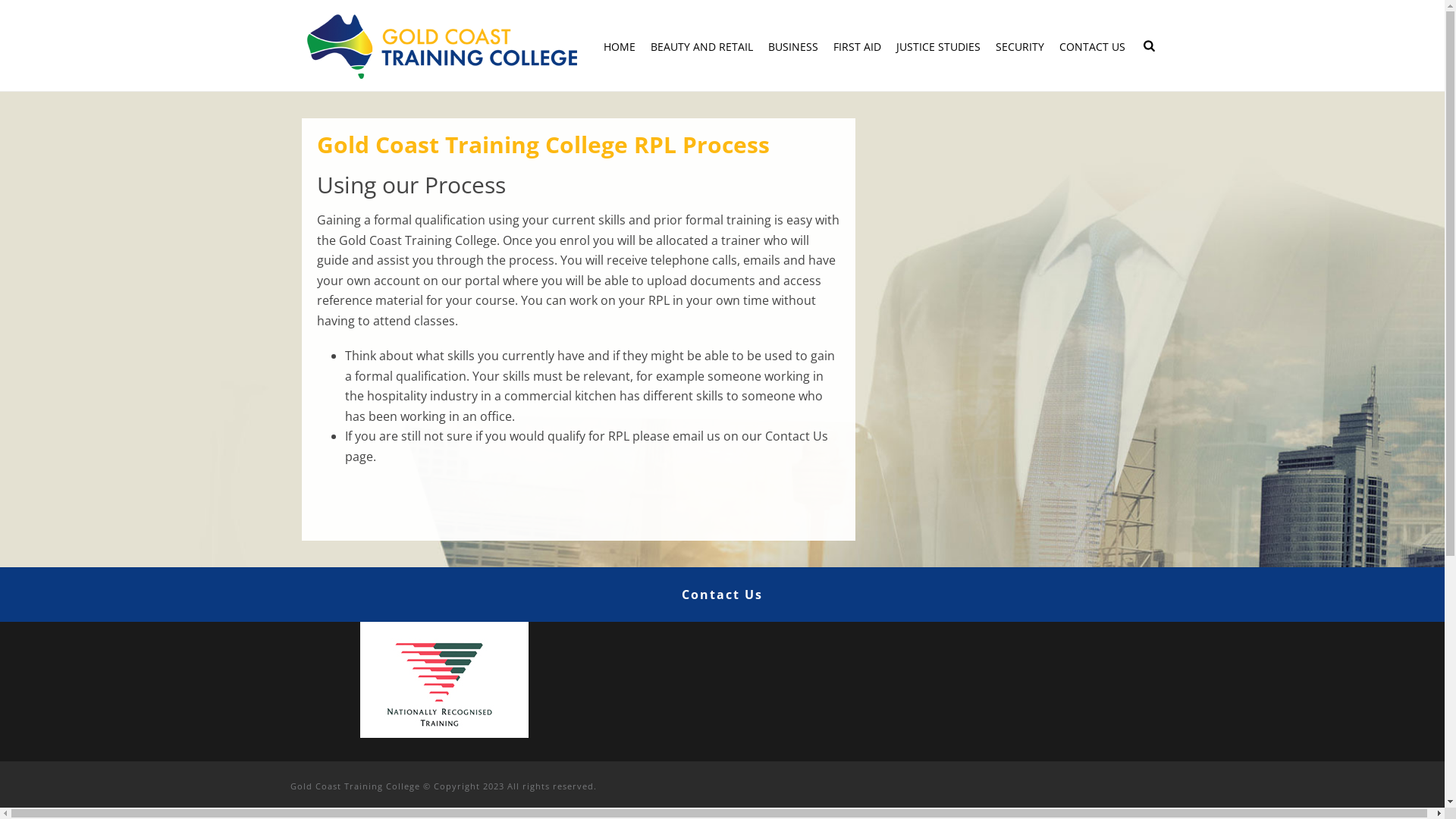  I want to click on 'HOME', so click(619, 45).